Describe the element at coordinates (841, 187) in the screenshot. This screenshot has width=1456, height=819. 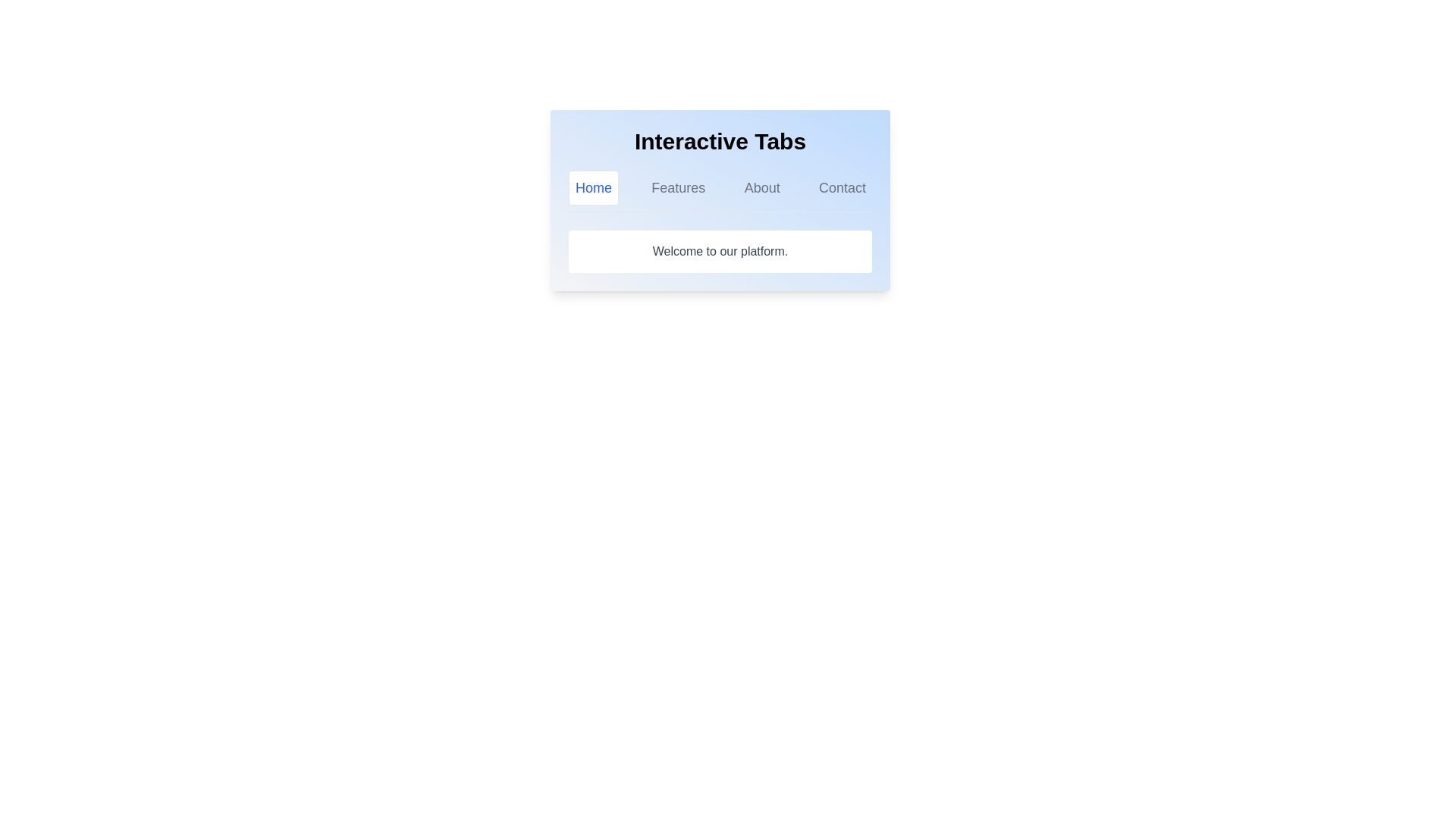
I see `the Contact tab by clicking on its label` at that location.